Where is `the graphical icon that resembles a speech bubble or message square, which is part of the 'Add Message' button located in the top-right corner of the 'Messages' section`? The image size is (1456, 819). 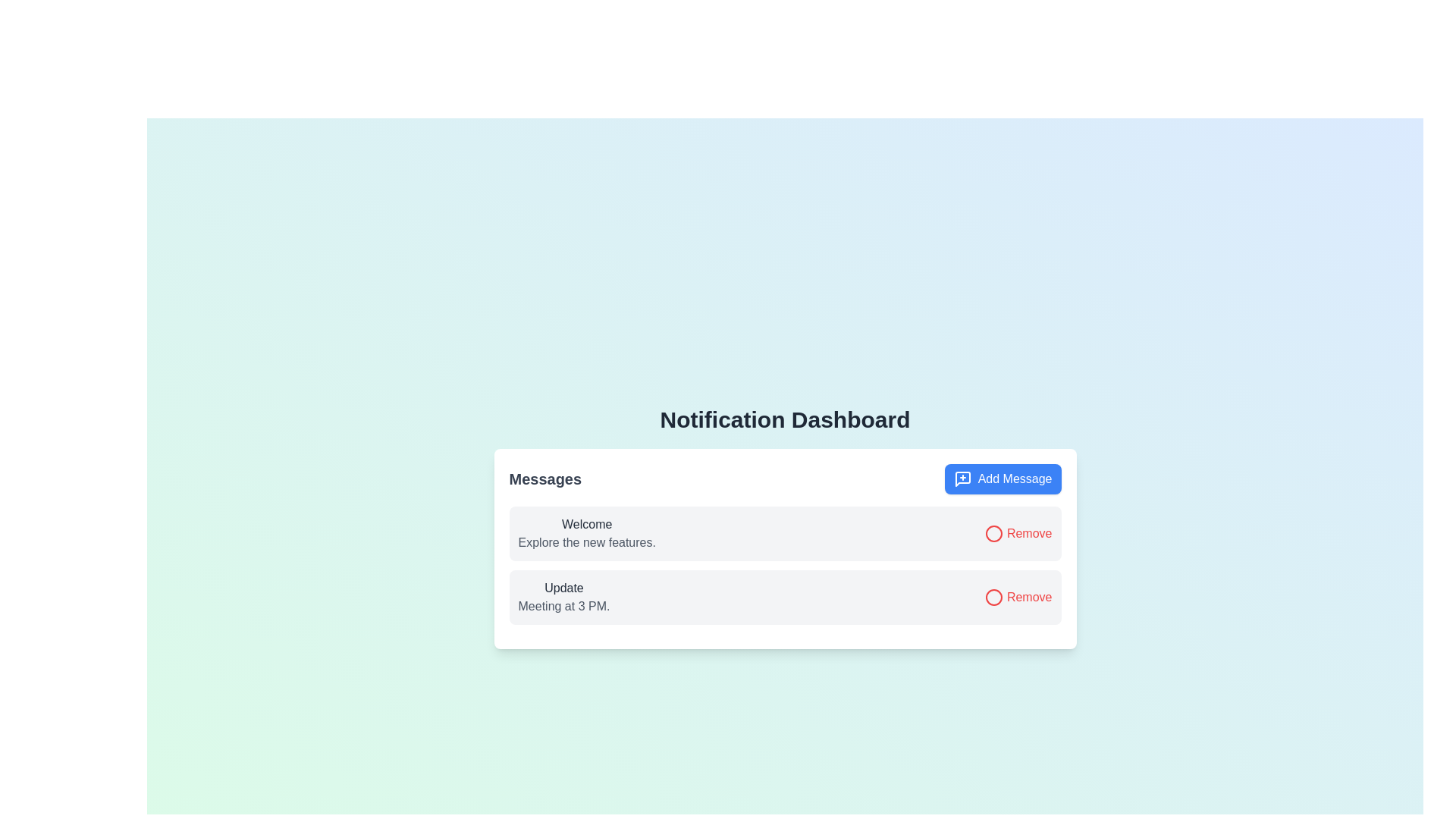
the graphical icon that resembles a speech bubble or message square, which is part of the 'Add Message' button located in the top-right corner of the 'Messages' section is located at coordinates (962, 479).